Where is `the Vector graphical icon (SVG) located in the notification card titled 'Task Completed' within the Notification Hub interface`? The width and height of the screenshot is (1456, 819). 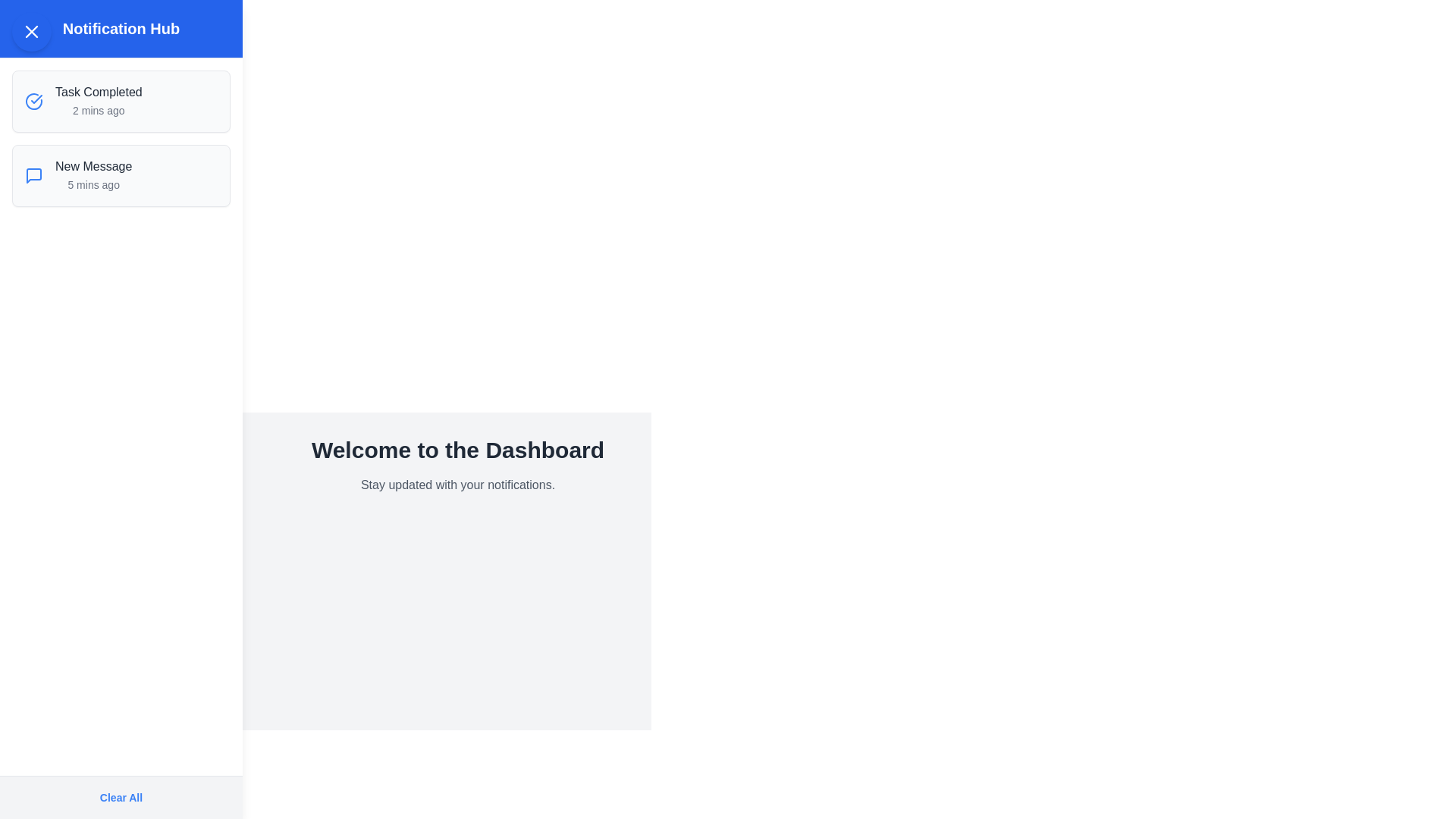
the Vector graphical icon (SVG) located in the notification card titled 'Task Completed' within the Notification Hub interface is located at coordinates (36, 99).